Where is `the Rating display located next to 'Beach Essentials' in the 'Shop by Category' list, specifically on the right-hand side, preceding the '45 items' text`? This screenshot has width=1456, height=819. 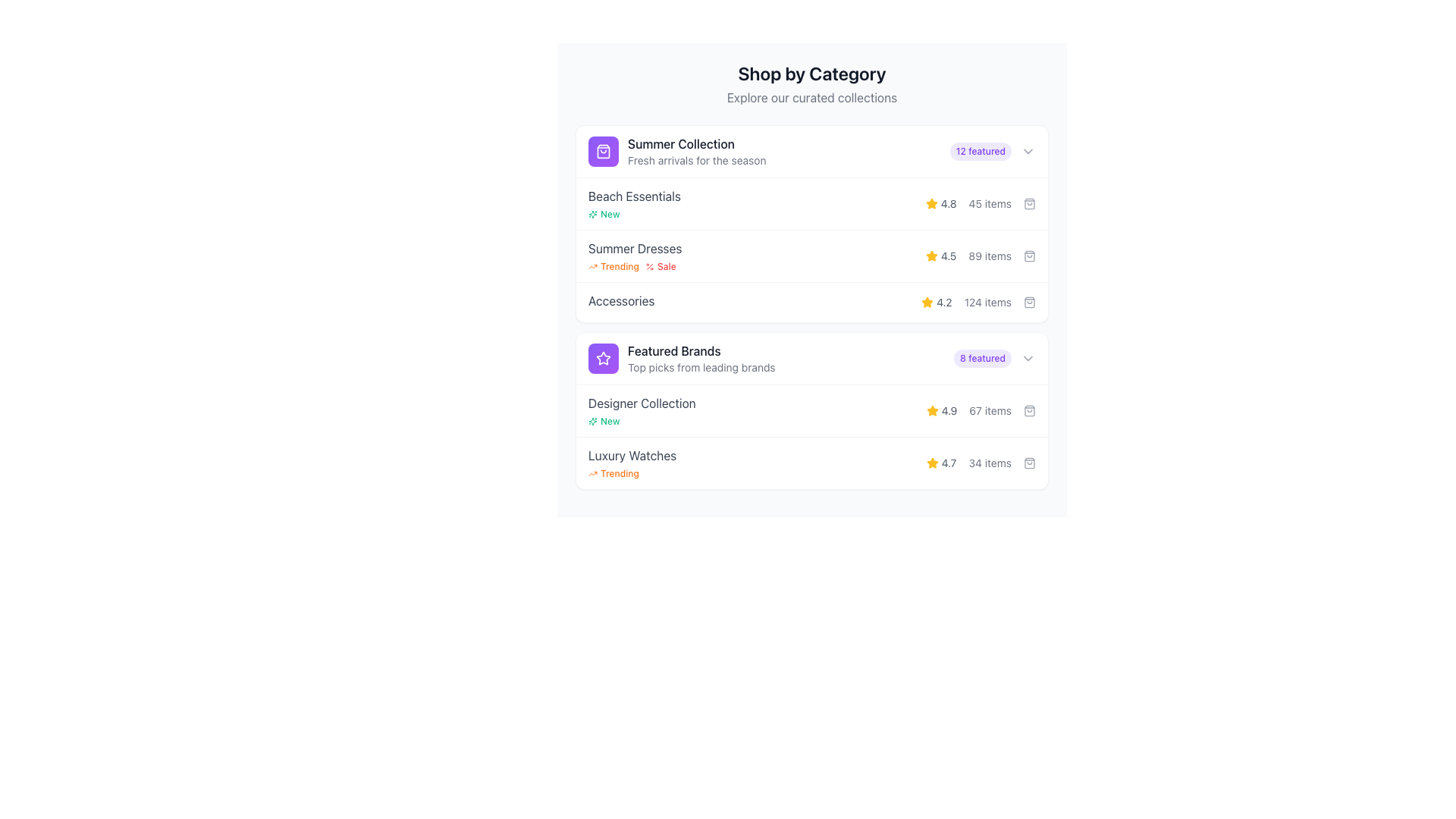 the Rating display located next to 'Beach Essentials' in the 'Shop by Category' list, specifically on the right-hand side, preceding the '45 items' text is located at coordinates (940, 203).